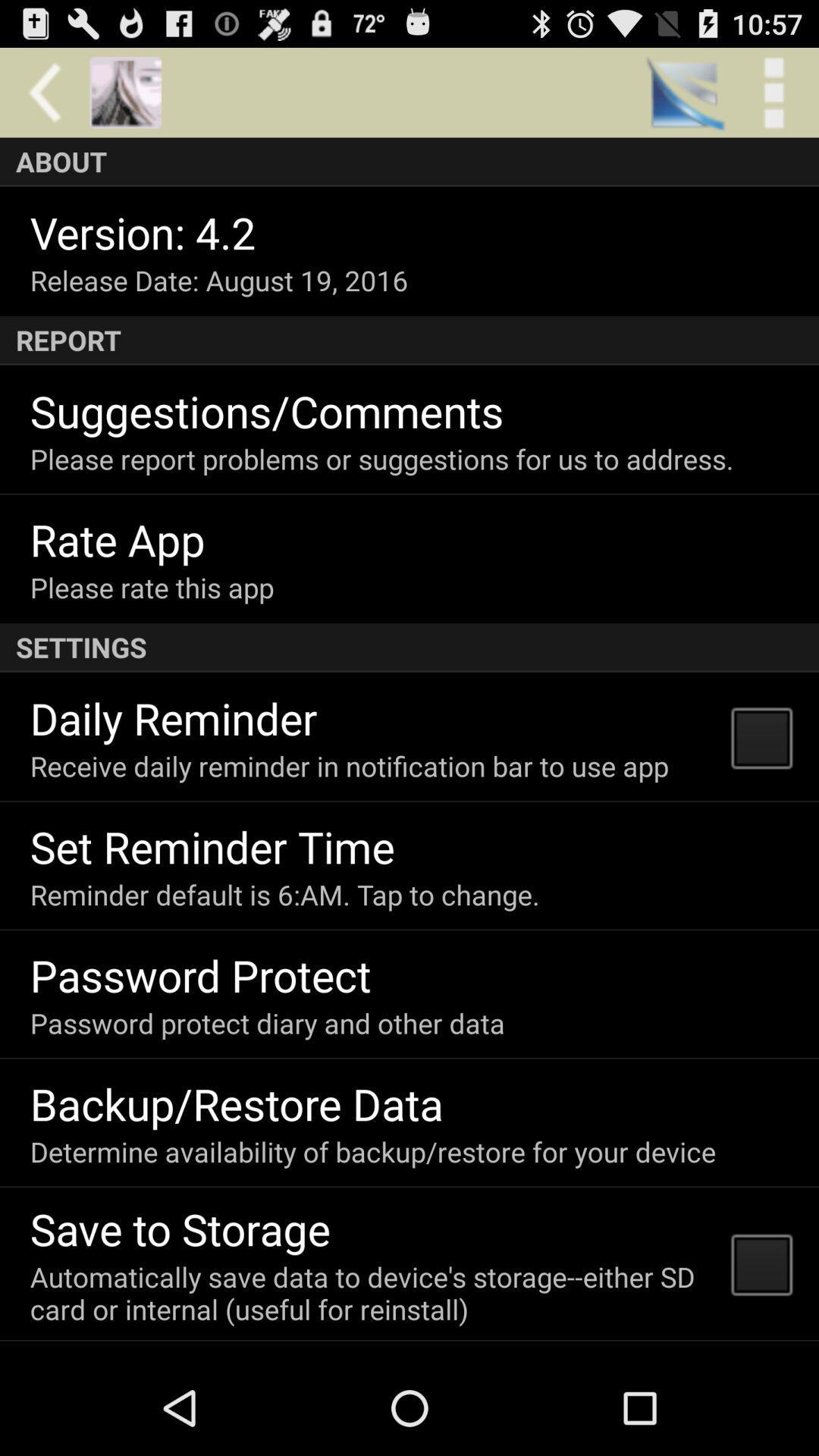  Describe the element at coordinates (409, 648) in the screenshot. I see `icon below please rate this icon` at that location.